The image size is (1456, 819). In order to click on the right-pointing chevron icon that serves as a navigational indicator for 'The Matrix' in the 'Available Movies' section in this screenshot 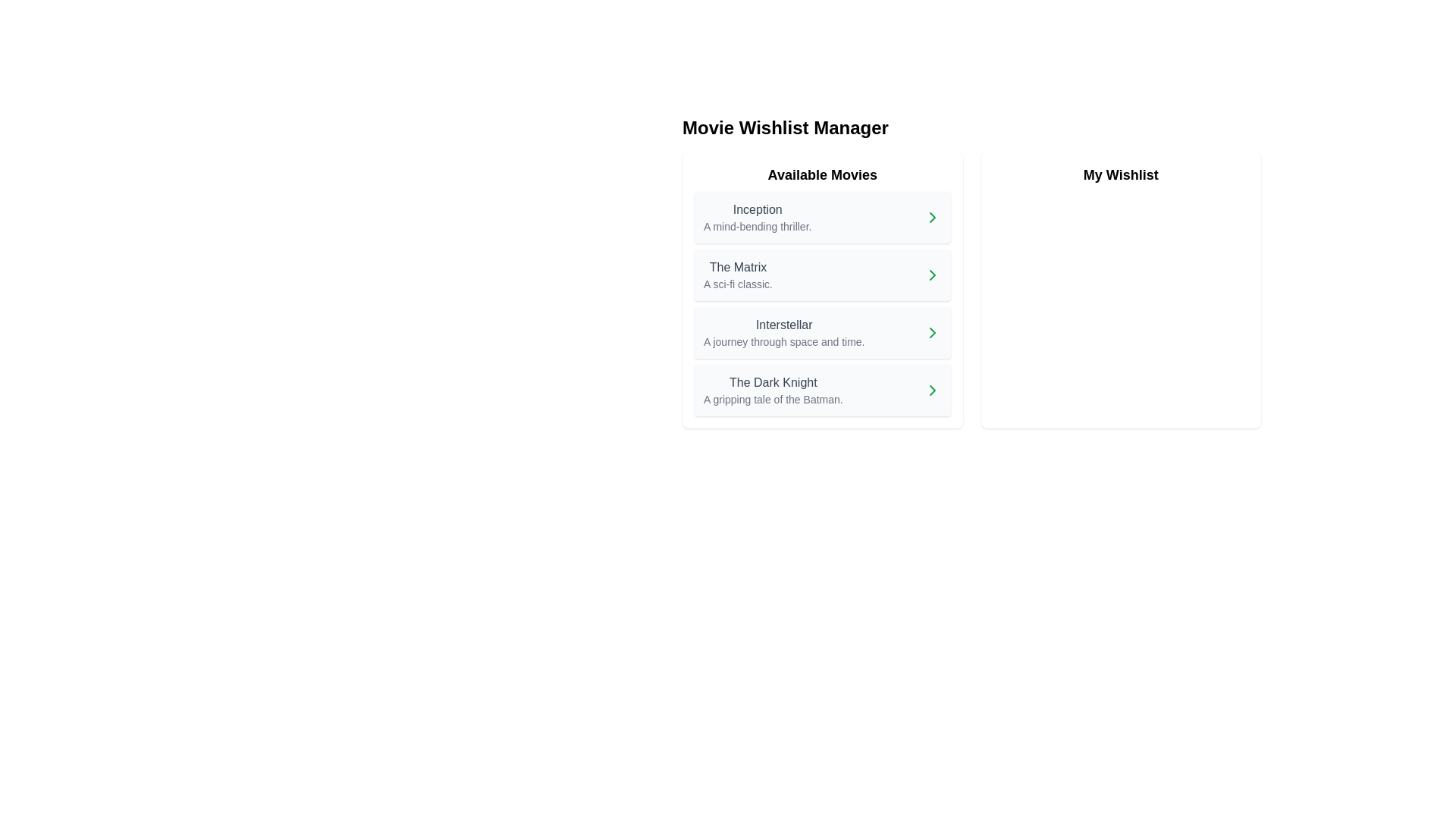, I will do `click(931, 275)`.